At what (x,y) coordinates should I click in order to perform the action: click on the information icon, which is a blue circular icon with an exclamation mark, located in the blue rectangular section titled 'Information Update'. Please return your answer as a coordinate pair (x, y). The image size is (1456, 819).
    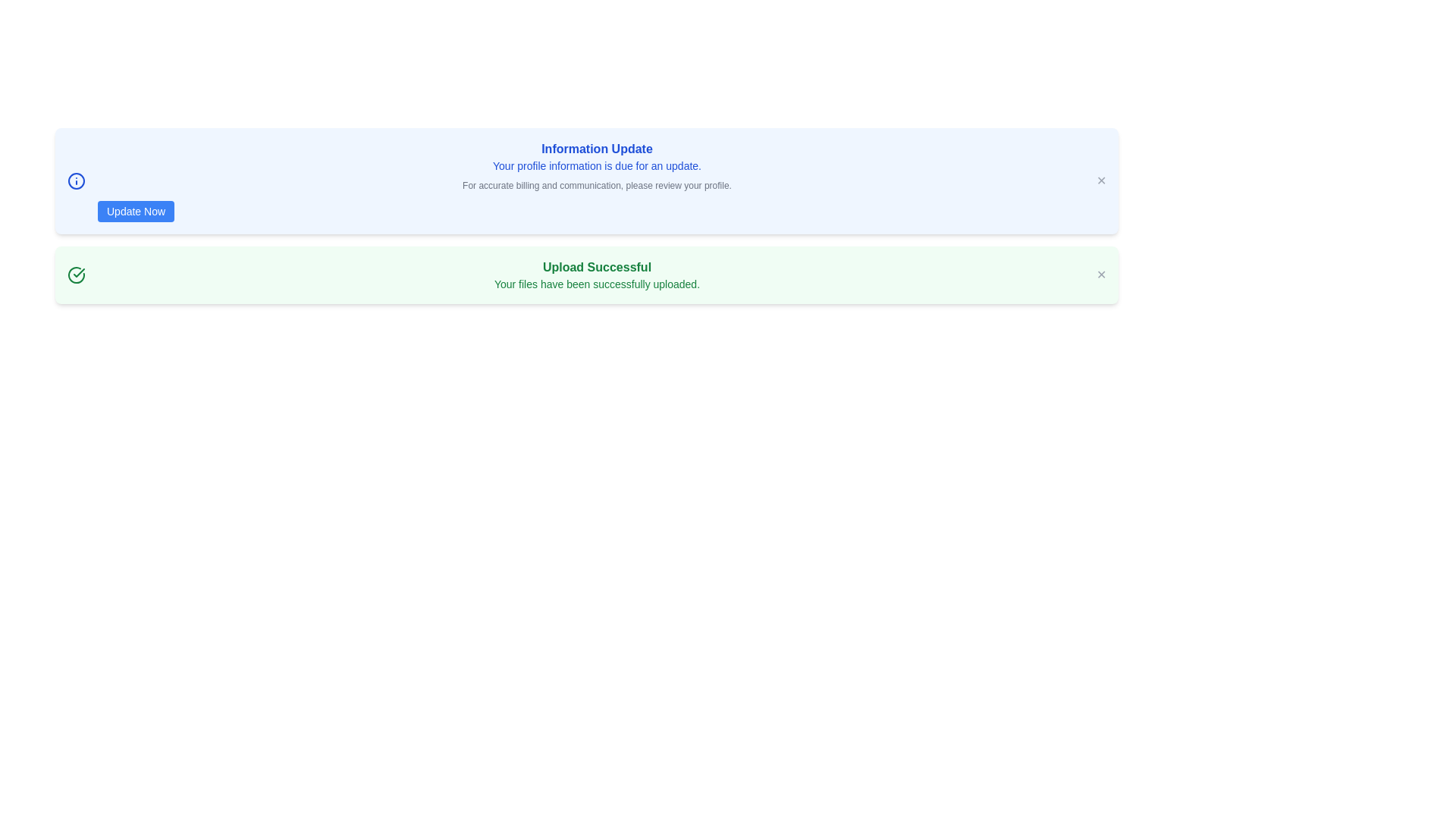
    Looking at the image, I should click on (75, 180).